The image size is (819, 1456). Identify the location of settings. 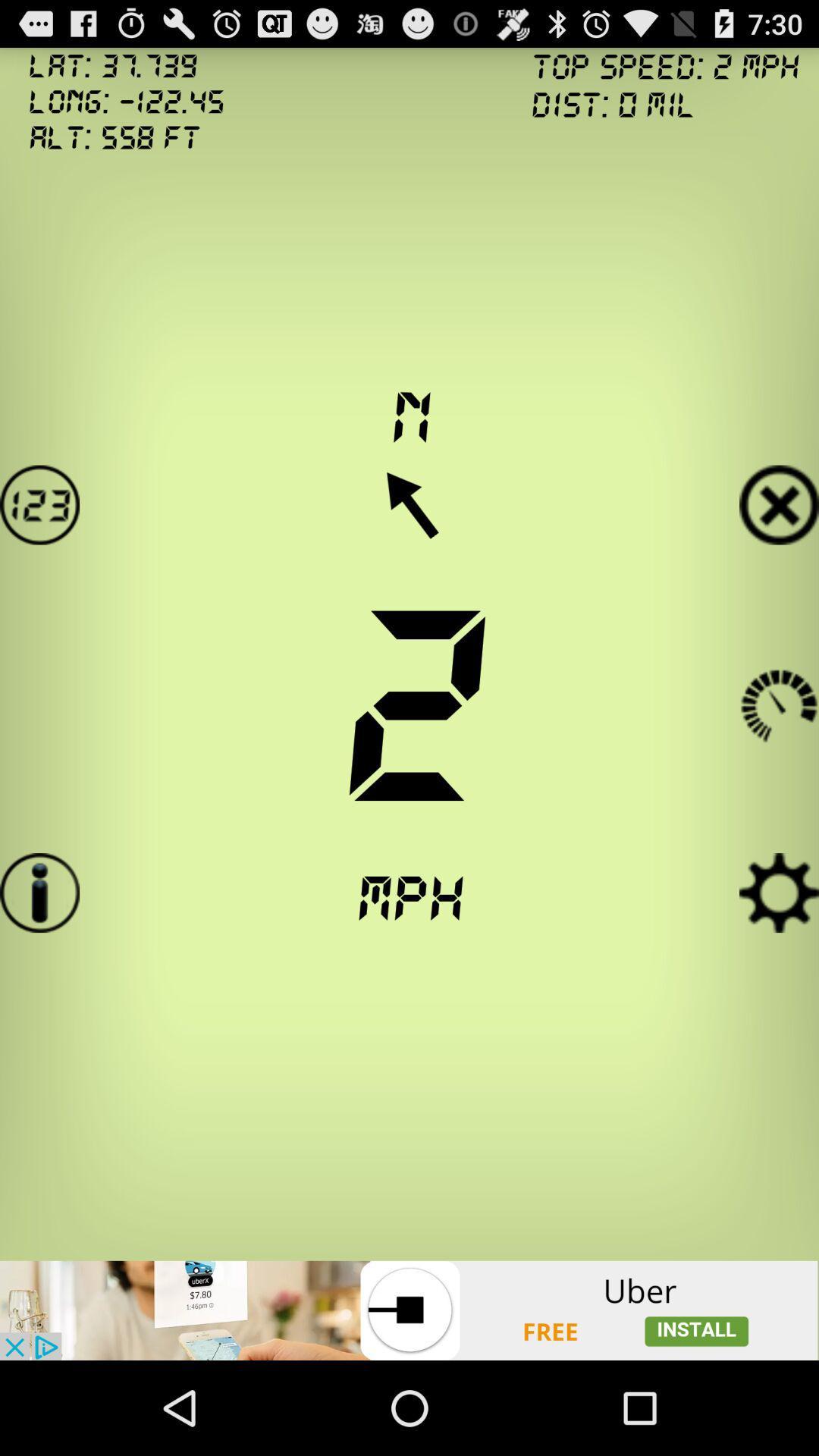
(779, 893).